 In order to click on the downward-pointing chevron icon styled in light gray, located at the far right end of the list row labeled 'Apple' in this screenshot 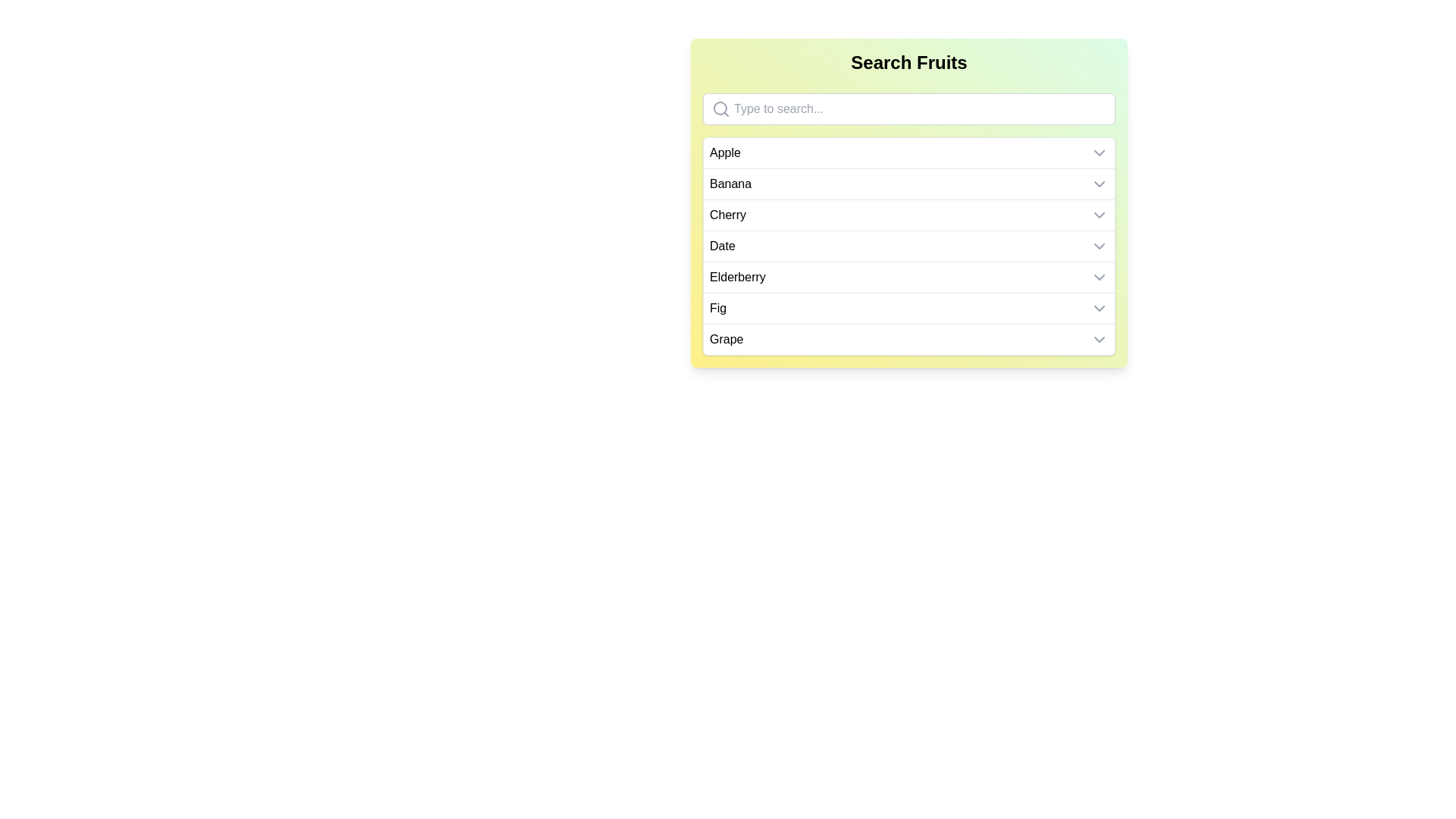, I will do `click(1099, 152)`.